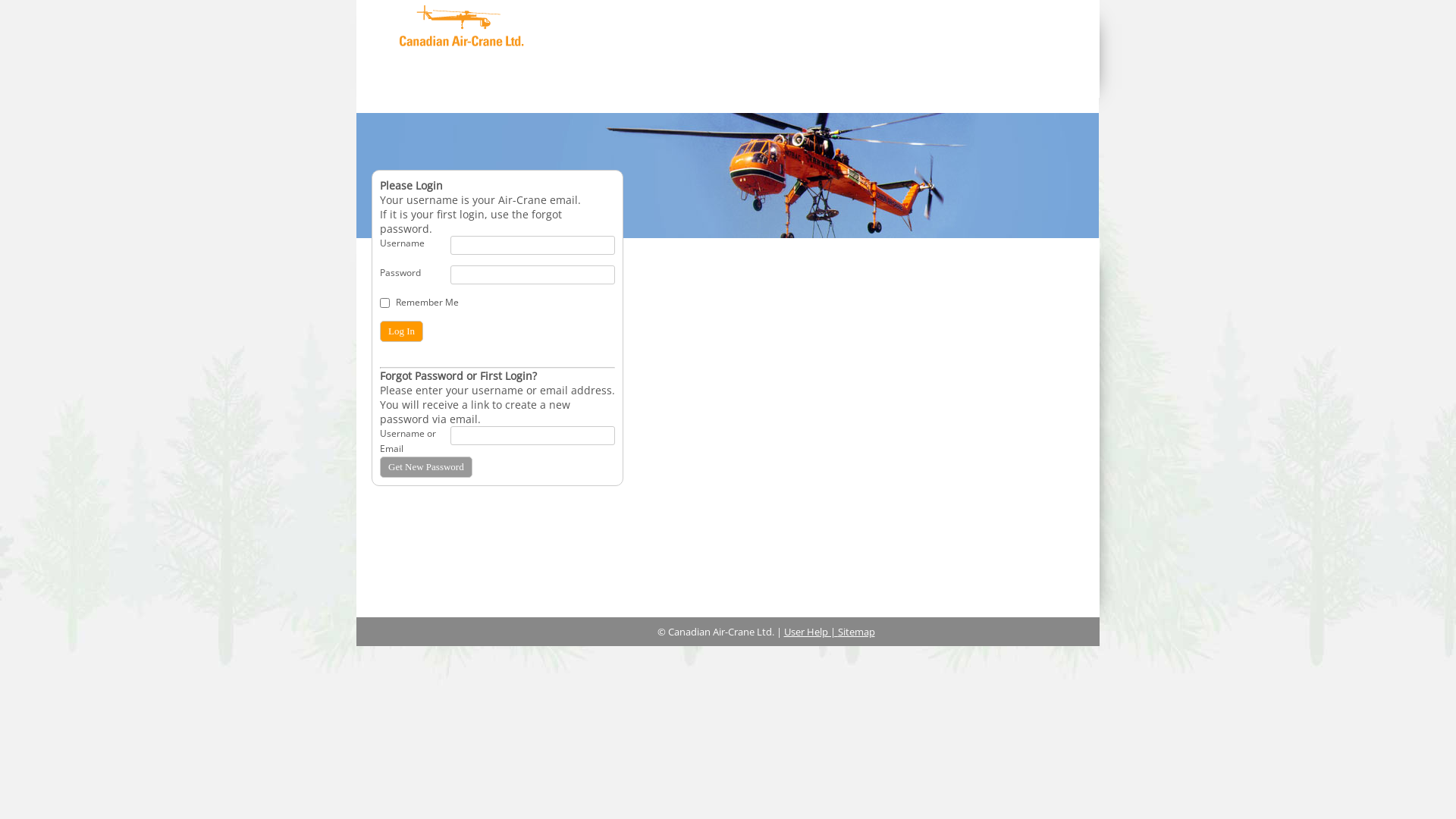  I want to click on 'Get New Password', so click(379, 466).